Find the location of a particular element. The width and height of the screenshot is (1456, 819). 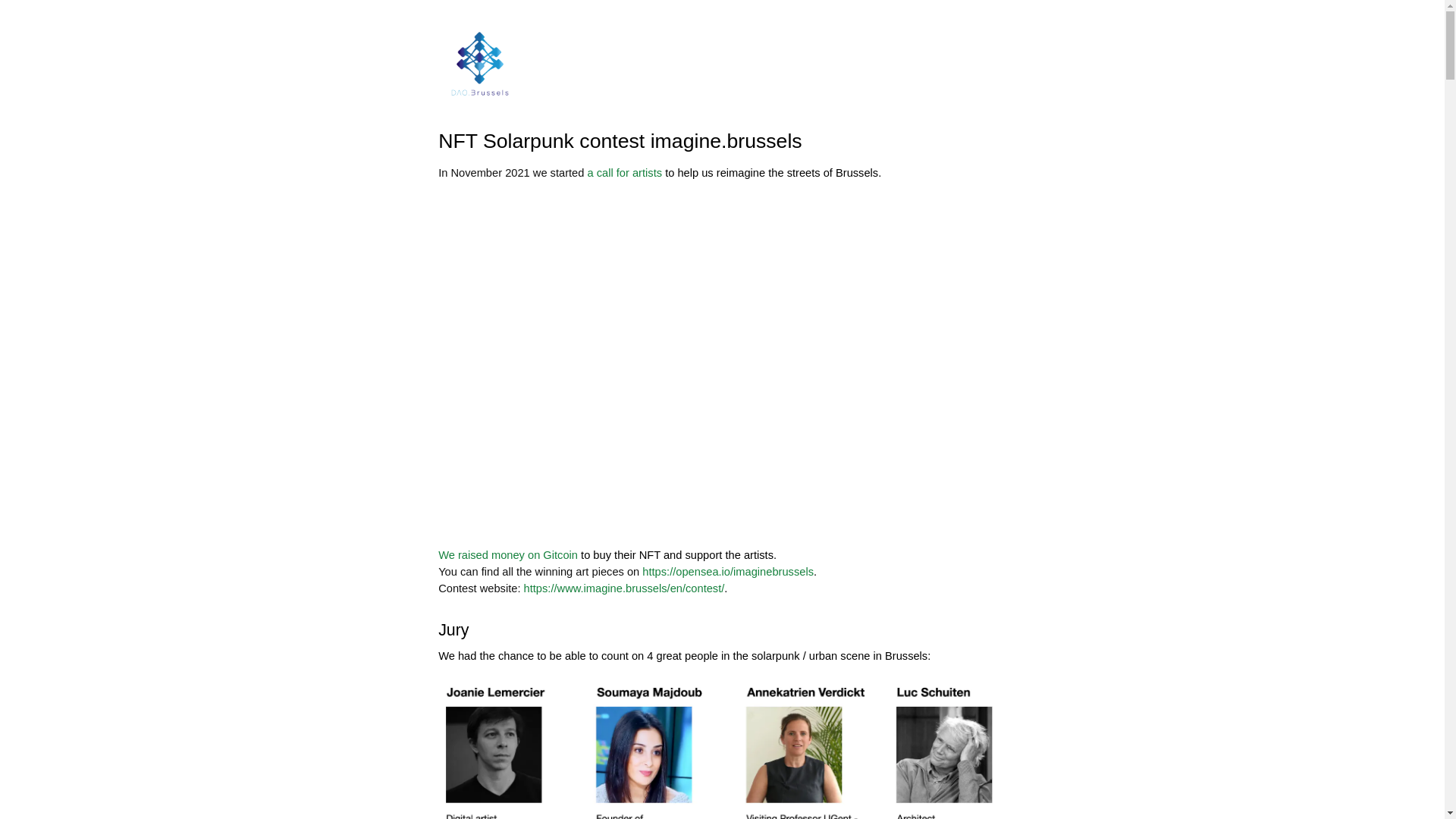

'We raised money on Gitcoin' is located at coordinates (508, 555).